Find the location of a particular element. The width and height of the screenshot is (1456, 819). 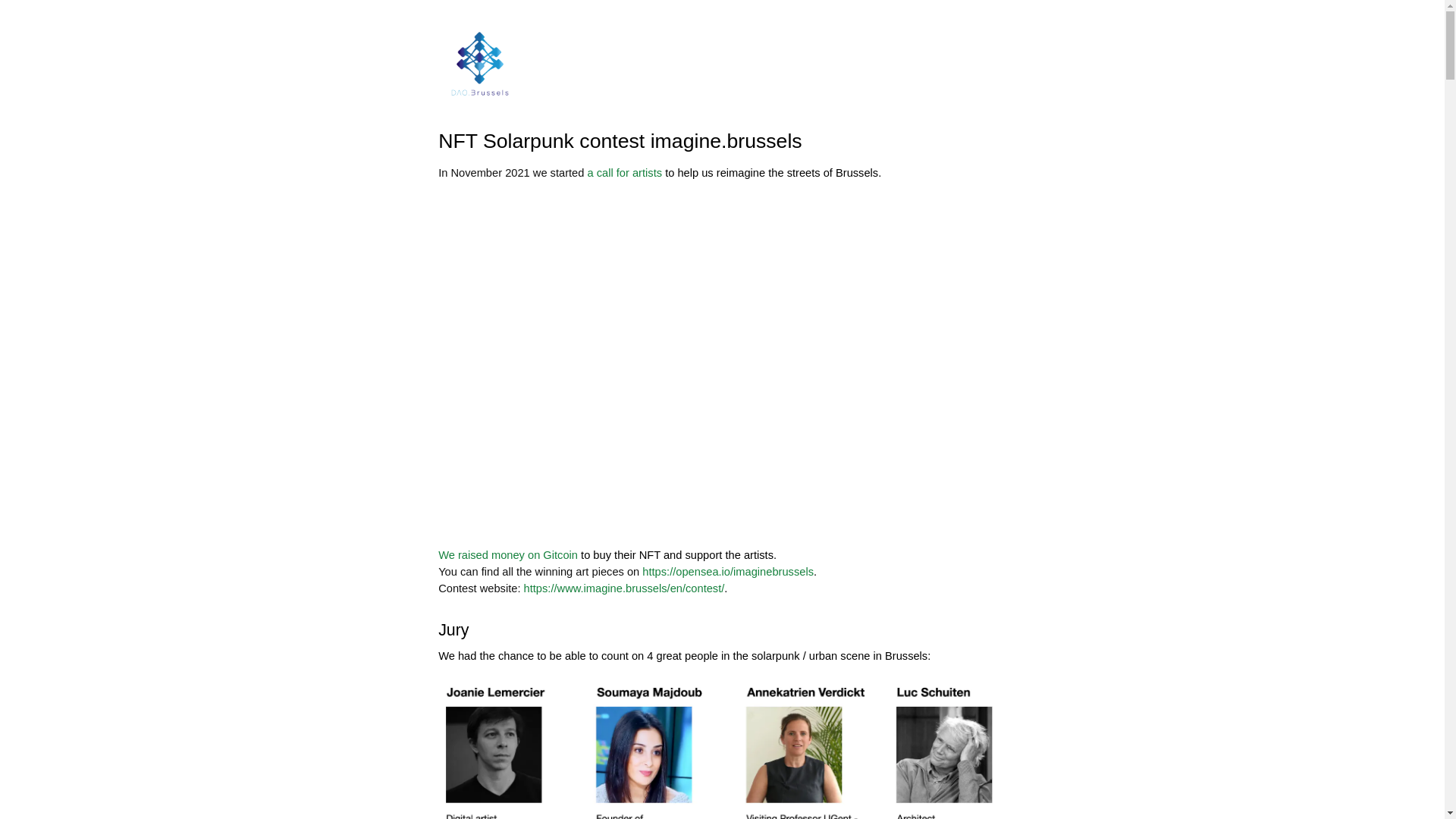

'We raised money on Gitcoin' is located at coordinates (508, 555).